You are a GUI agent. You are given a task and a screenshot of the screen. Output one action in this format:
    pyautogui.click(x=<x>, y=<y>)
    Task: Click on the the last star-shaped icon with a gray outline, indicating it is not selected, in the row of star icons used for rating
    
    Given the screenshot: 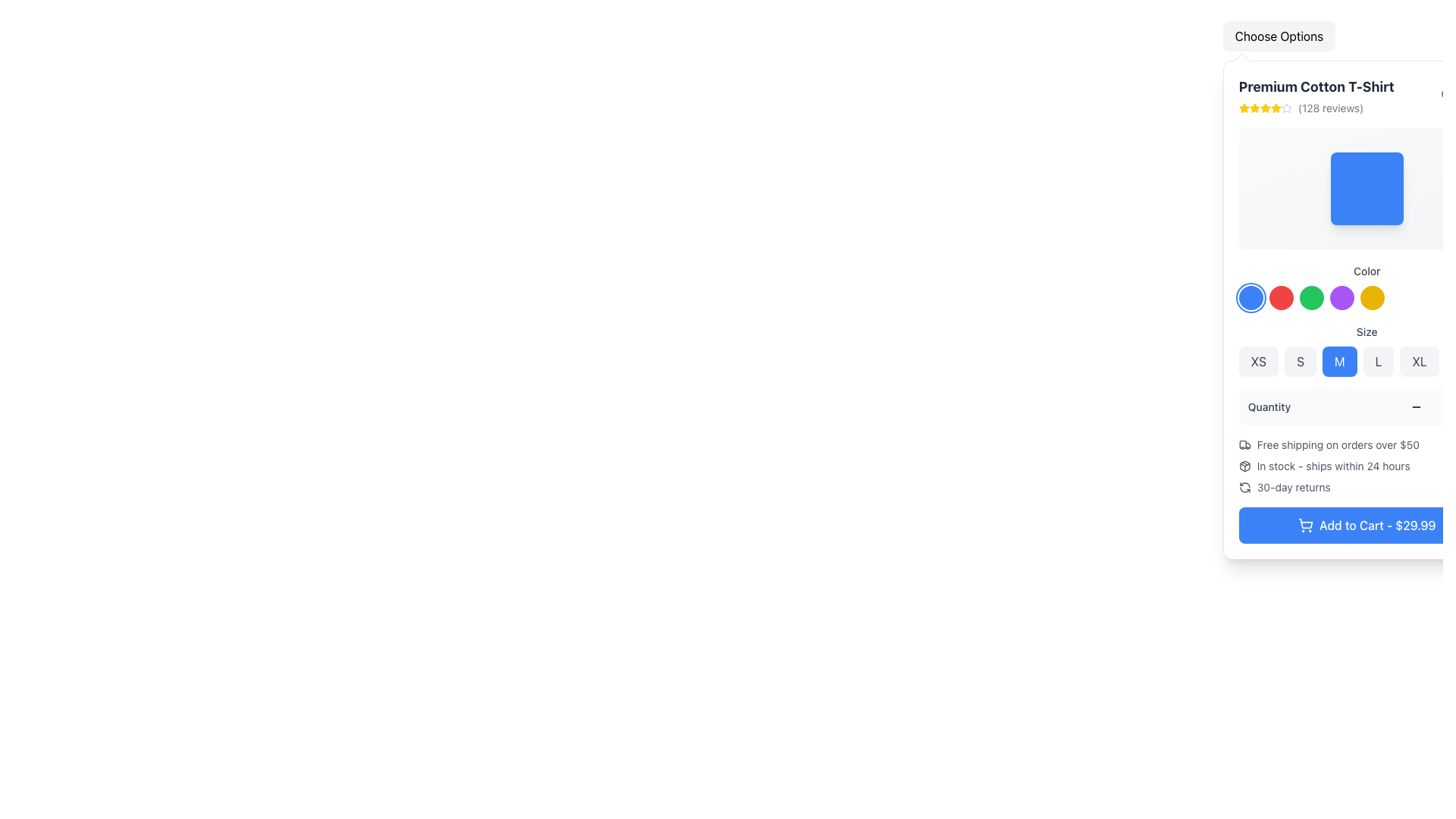 What is the action you would take?
    pyautogui.click(x=1285, y=107)
    